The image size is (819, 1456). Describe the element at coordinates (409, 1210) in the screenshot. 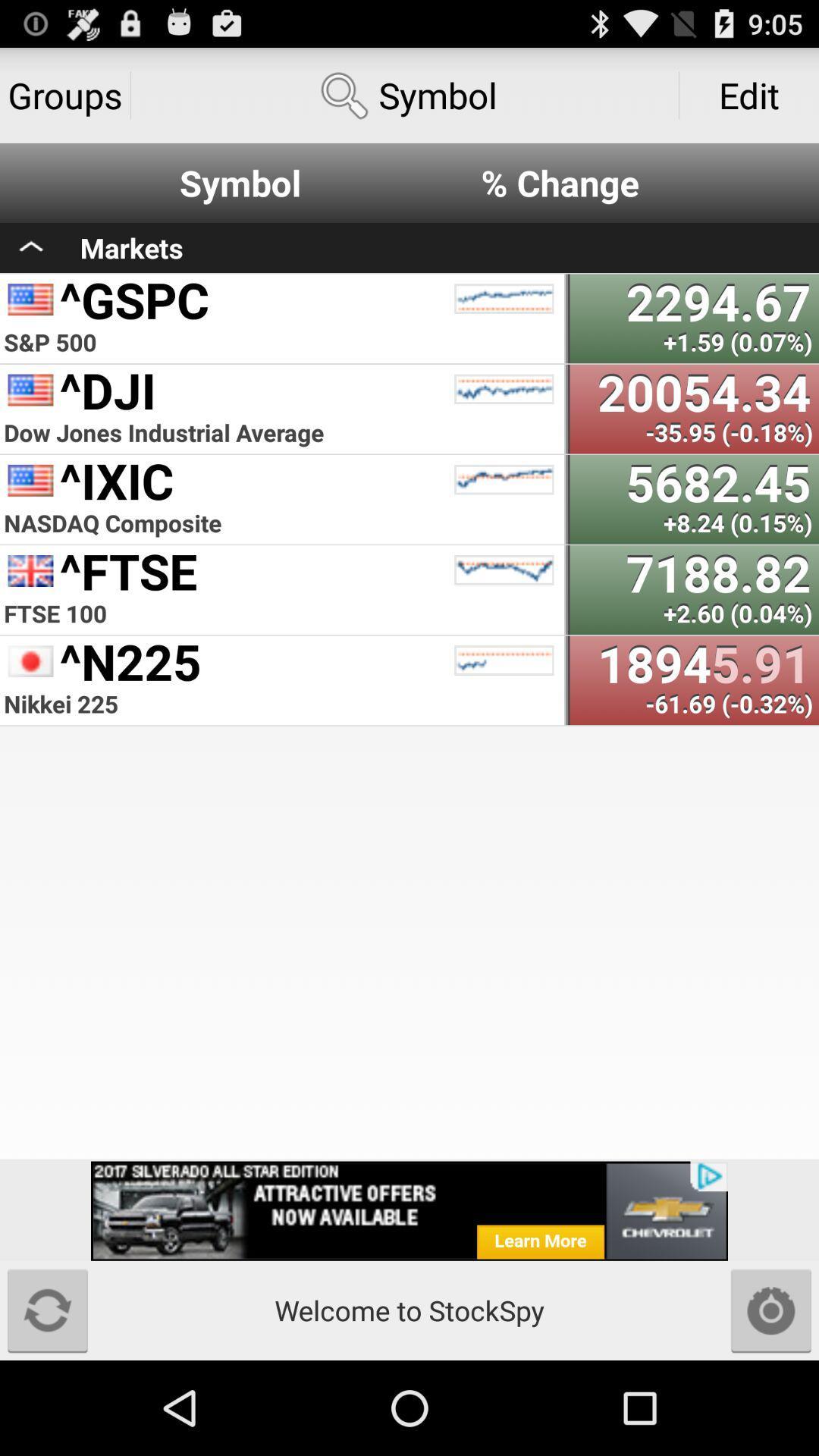

I see `advertisement that will redirect to car website` at that location.